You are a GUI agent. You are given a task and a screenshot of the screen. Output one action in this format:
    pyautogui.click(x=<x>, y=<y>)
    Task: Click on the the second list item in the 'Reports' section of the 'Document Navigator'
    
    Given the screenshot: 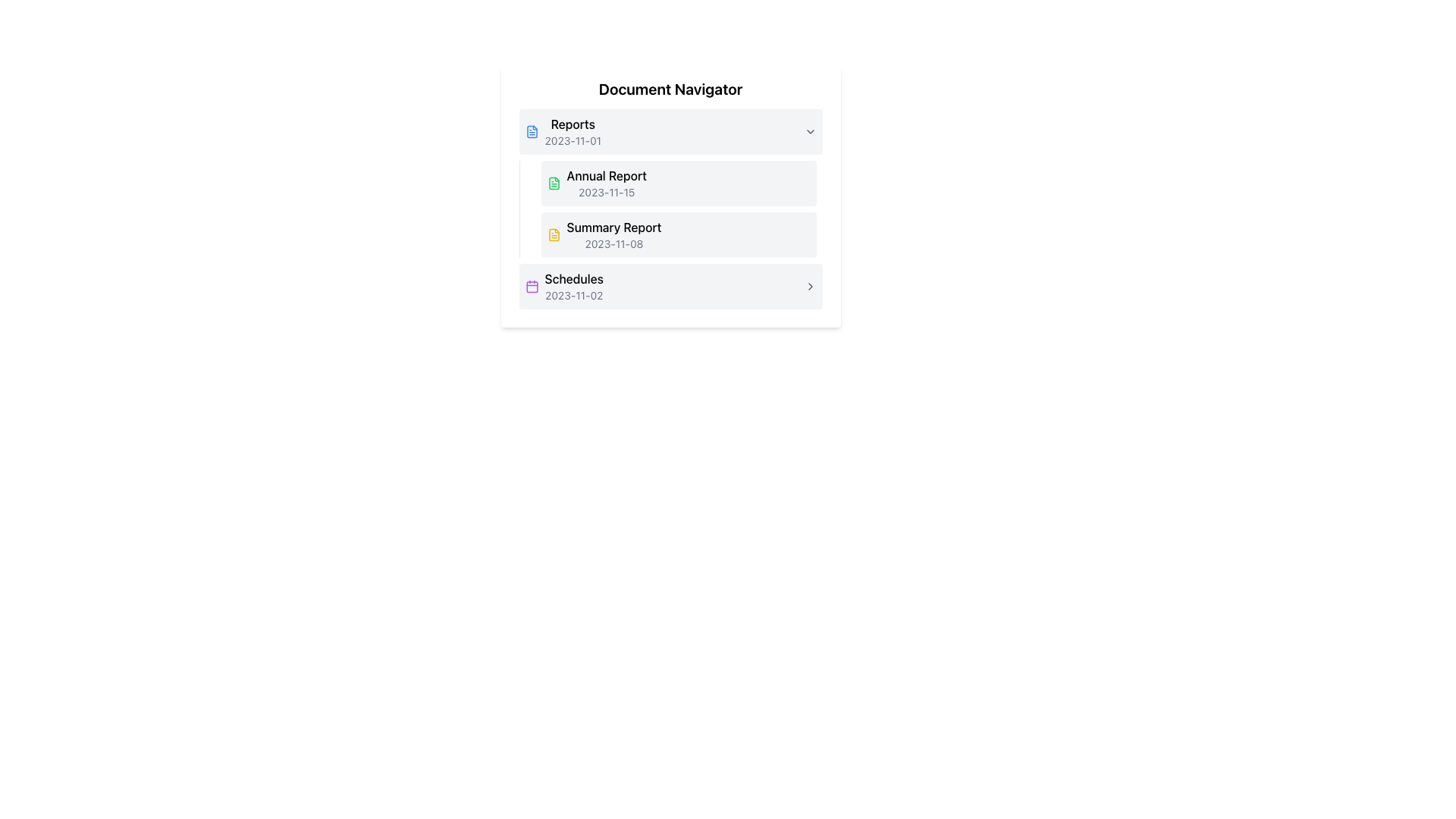 What is the action you would take?
    pyautogui.click(x=607, y=183)
    